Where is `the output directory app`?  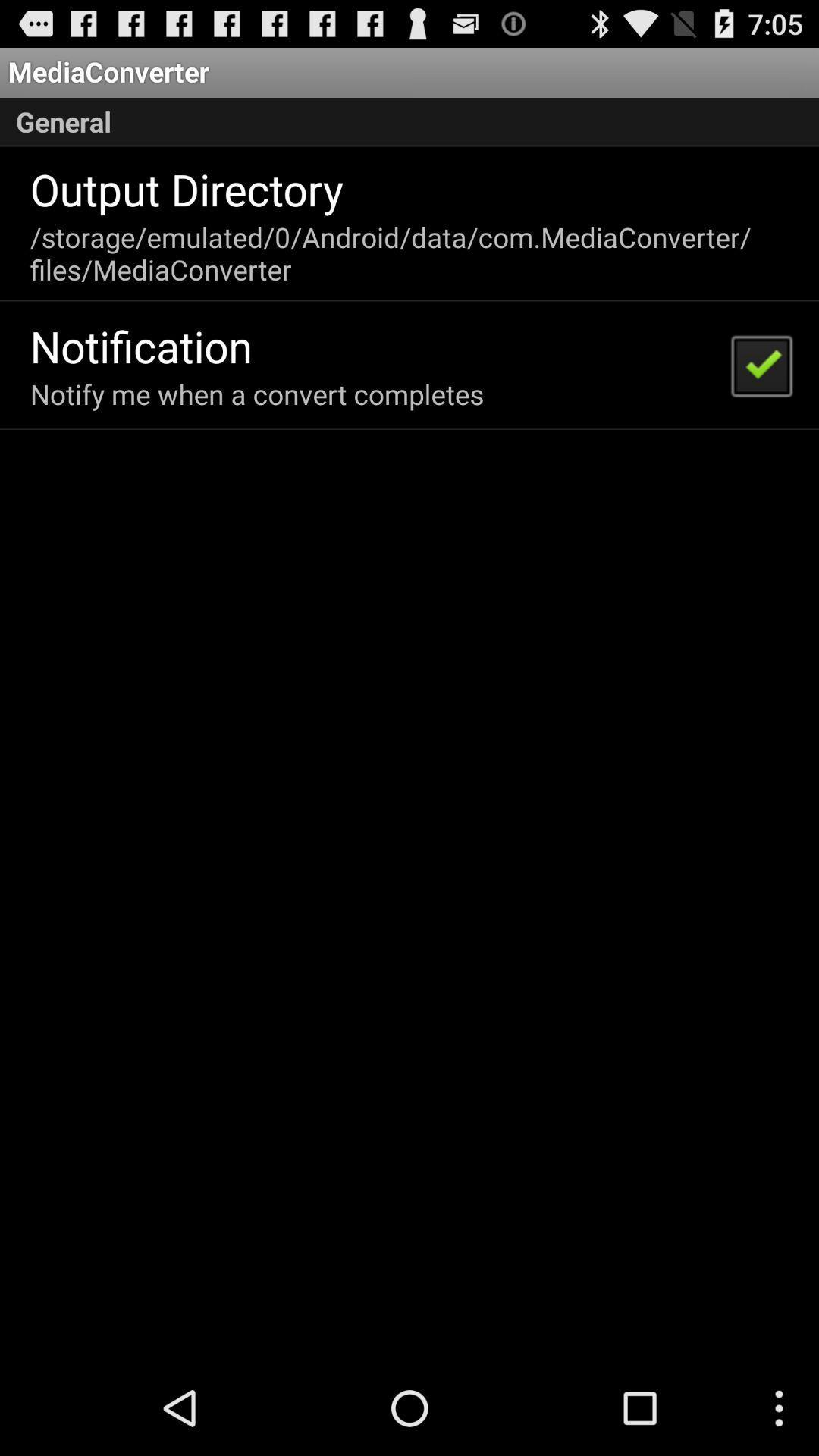
the output directory app is located at coordinates (186, 188).